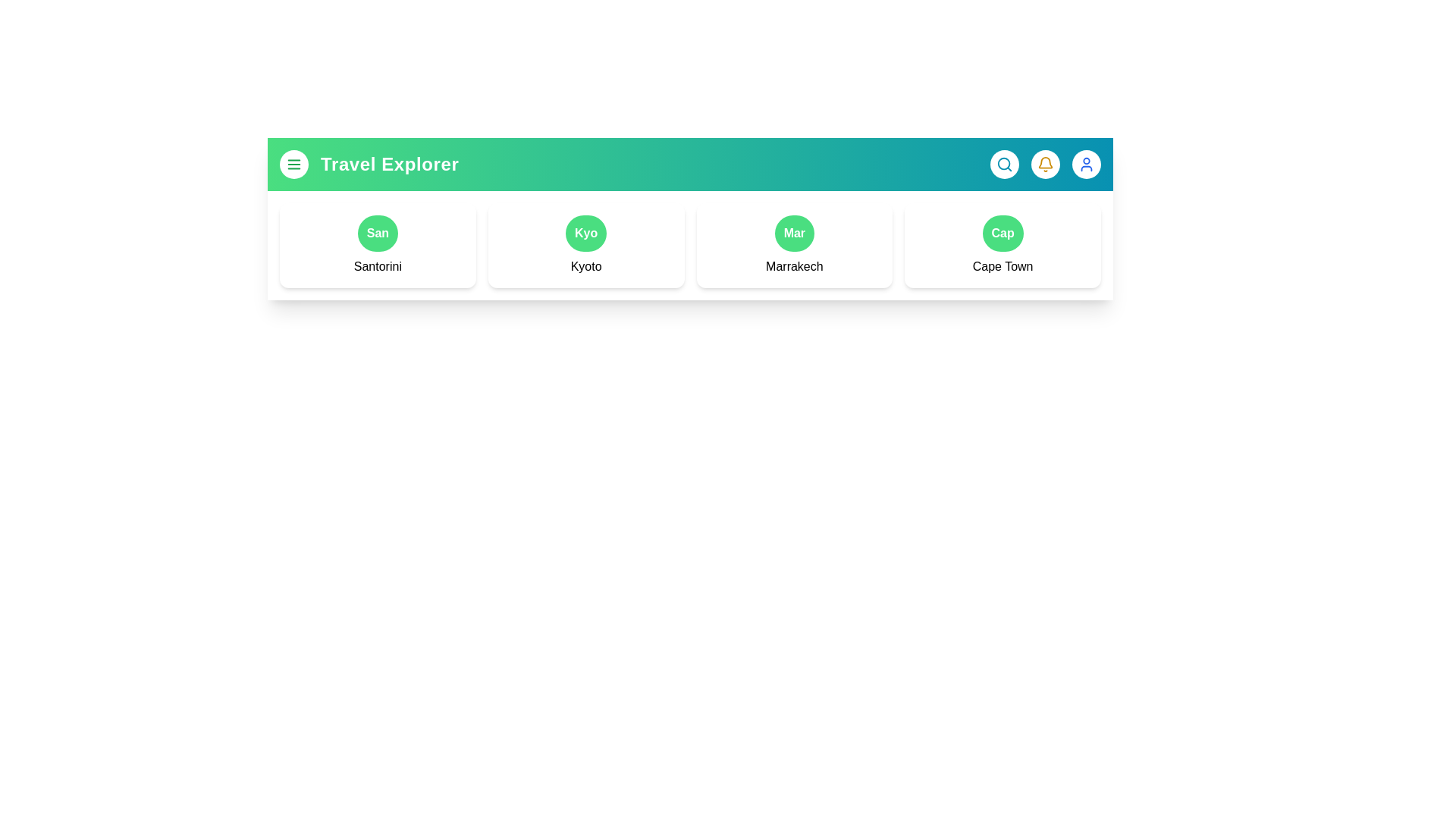 This screenshot has height=819, width=1456. I want to click on the button representing the destination Cape Town, so click(1003, 234).